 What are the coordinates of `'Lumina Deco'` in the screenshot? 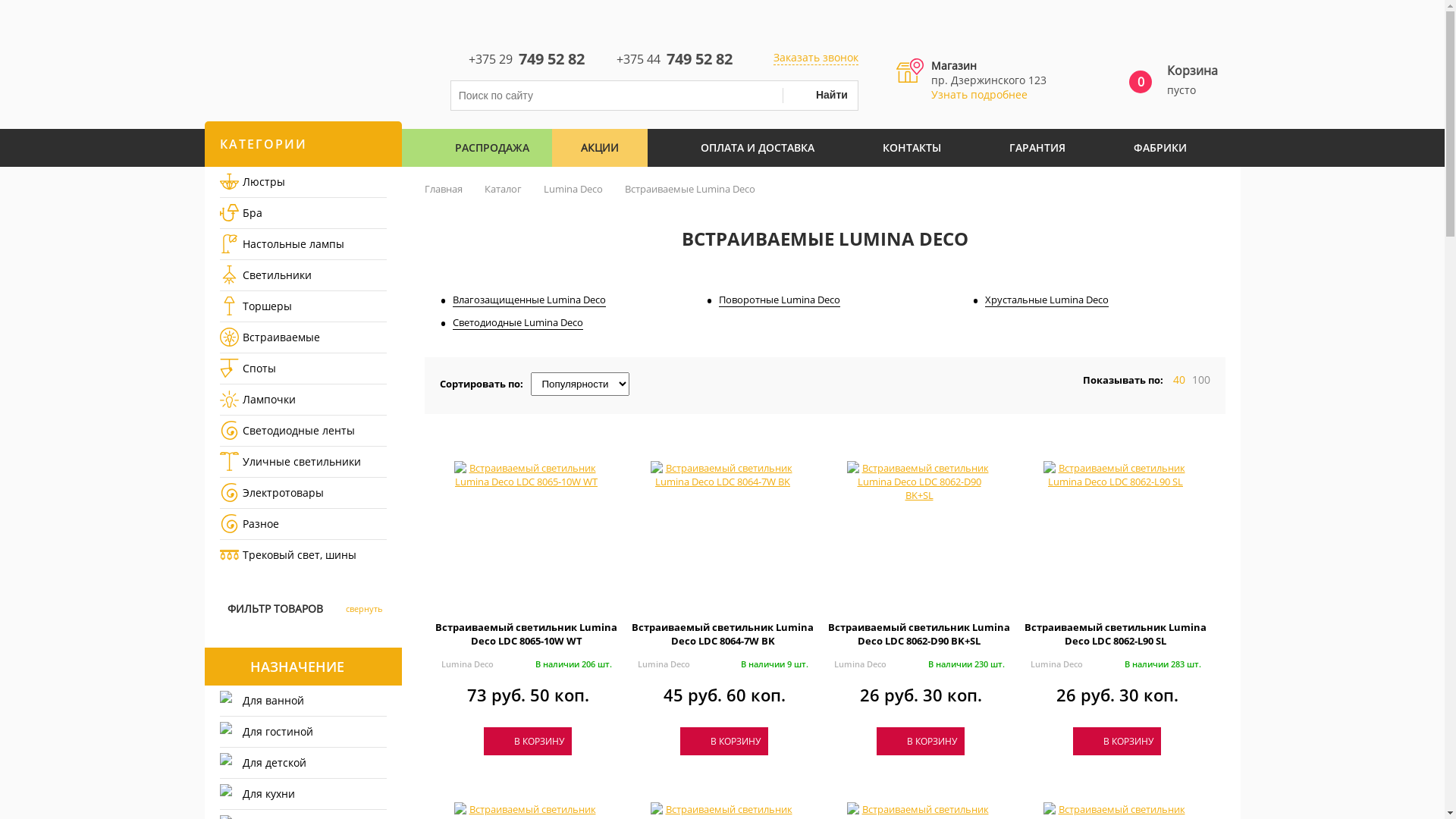 It's located at (663, 663).